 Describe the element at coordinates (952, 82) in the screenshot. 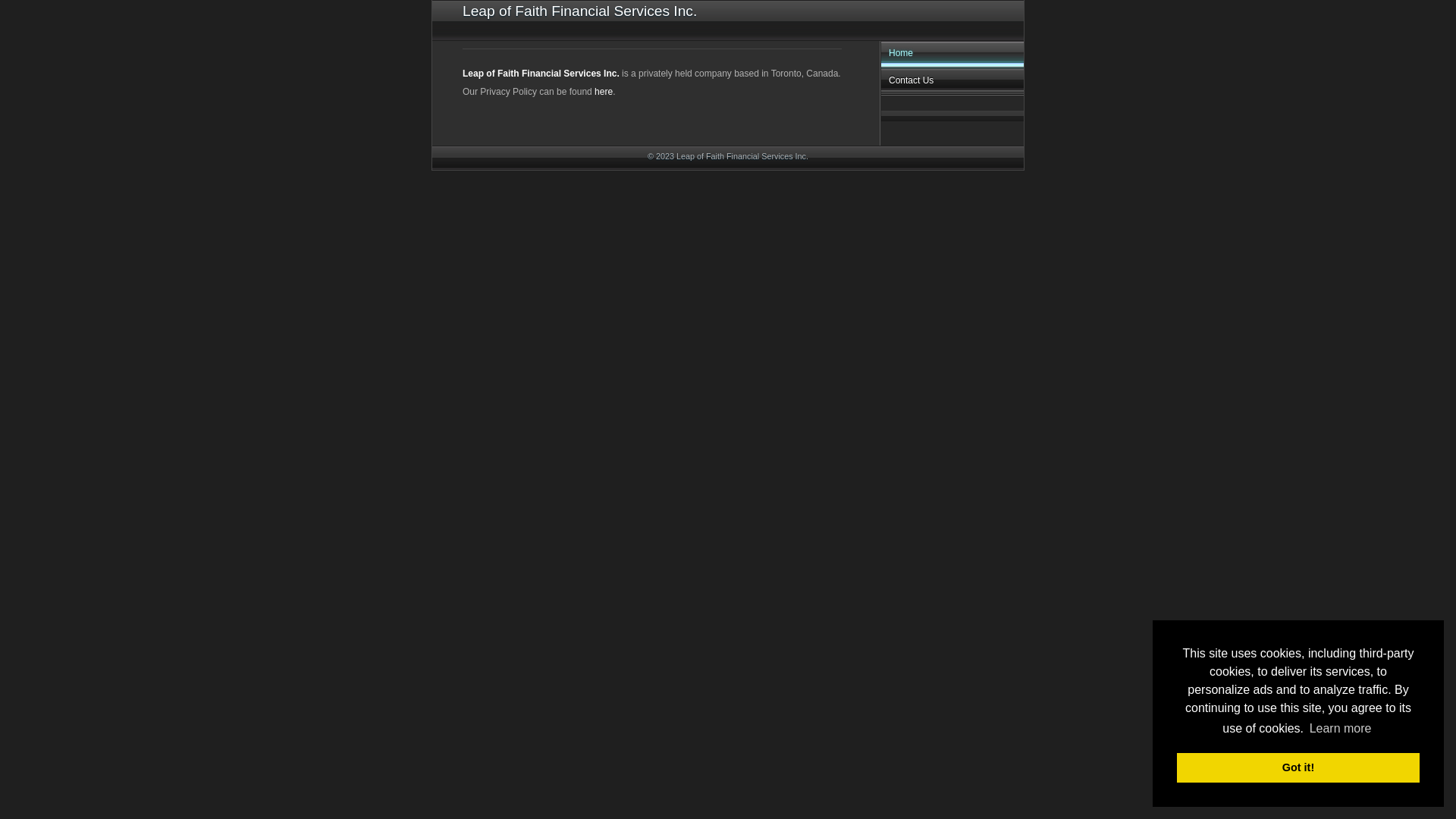

I see `'Contact Us'` at that location.